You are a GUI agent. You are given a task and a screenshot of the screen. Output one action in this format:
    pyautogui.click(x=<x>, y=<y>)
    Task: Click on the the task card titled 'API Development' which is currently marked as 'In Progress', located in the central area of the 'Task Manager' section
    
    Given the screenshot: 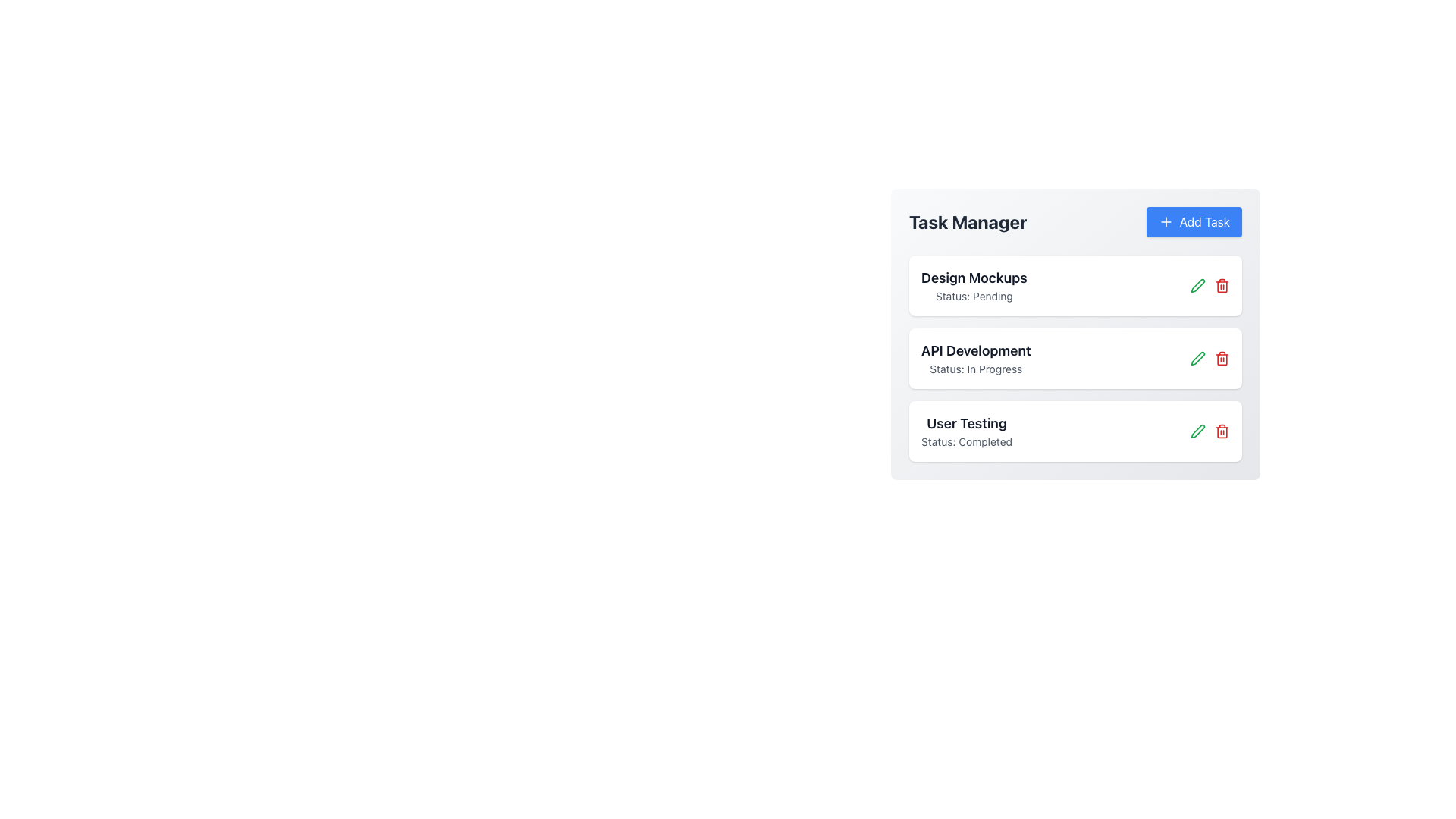 What is the action you would take?
    pyautogui.click(x=1075, y=359)
    